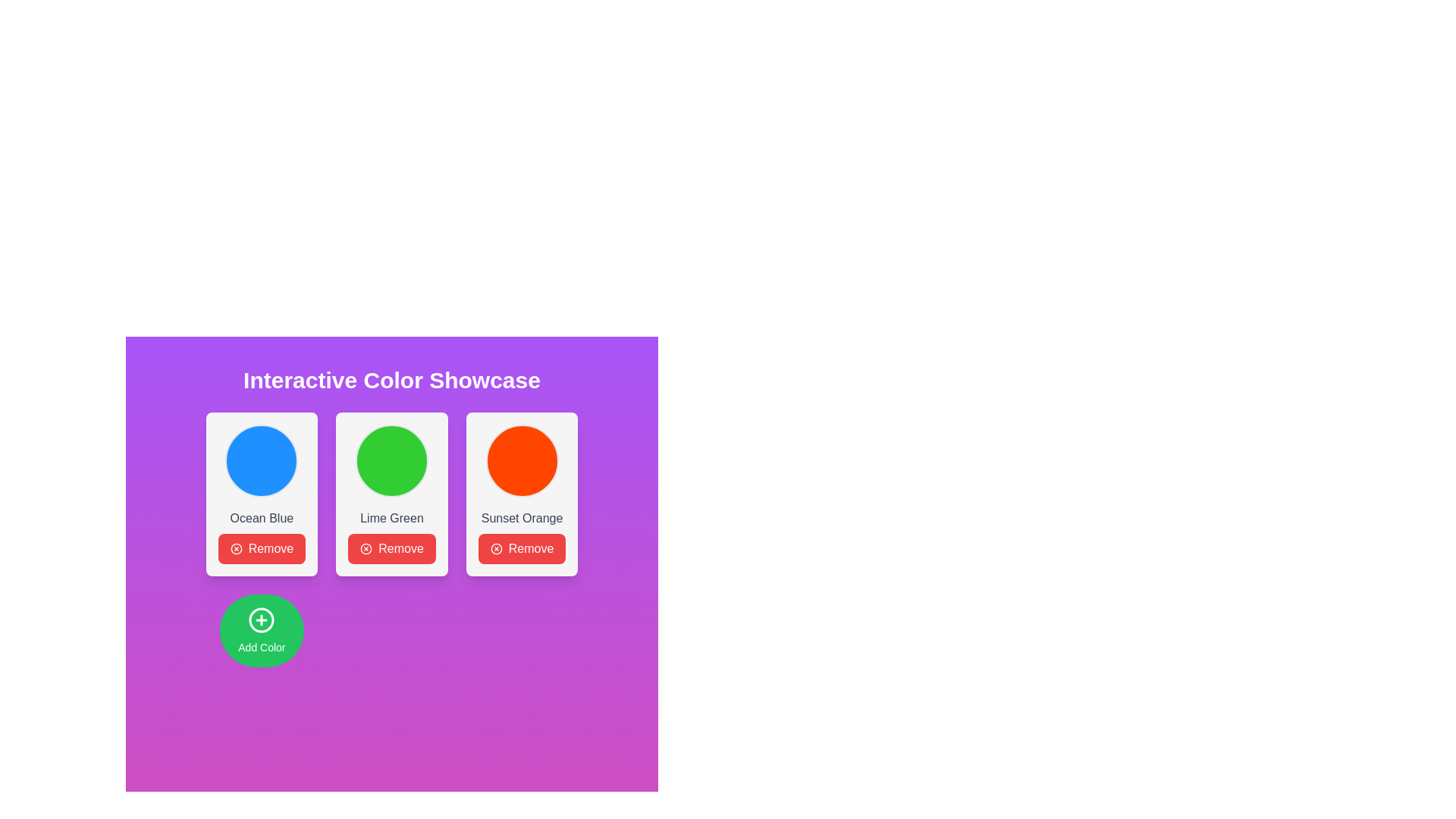 This screenshot has width=1456, height=819. I want to click on the small circular red icon with a cross (X) symbol inside it, located within the 'Remove' button on the third card labeled 'Sunset Orange', so click(496, 549).